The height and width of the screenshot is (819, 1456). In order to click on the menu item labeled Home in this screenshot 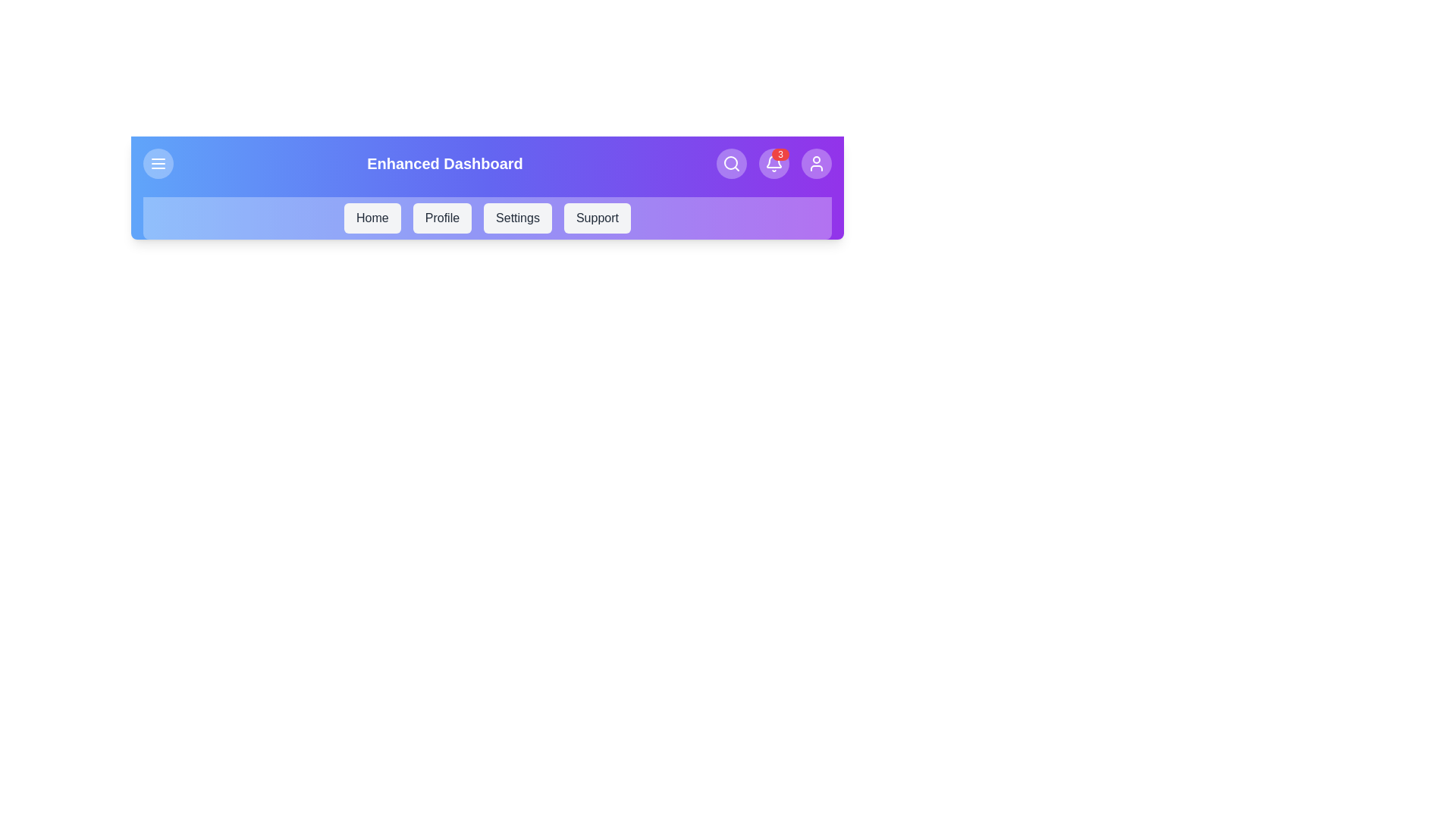, I will do `click(372, 218)`.